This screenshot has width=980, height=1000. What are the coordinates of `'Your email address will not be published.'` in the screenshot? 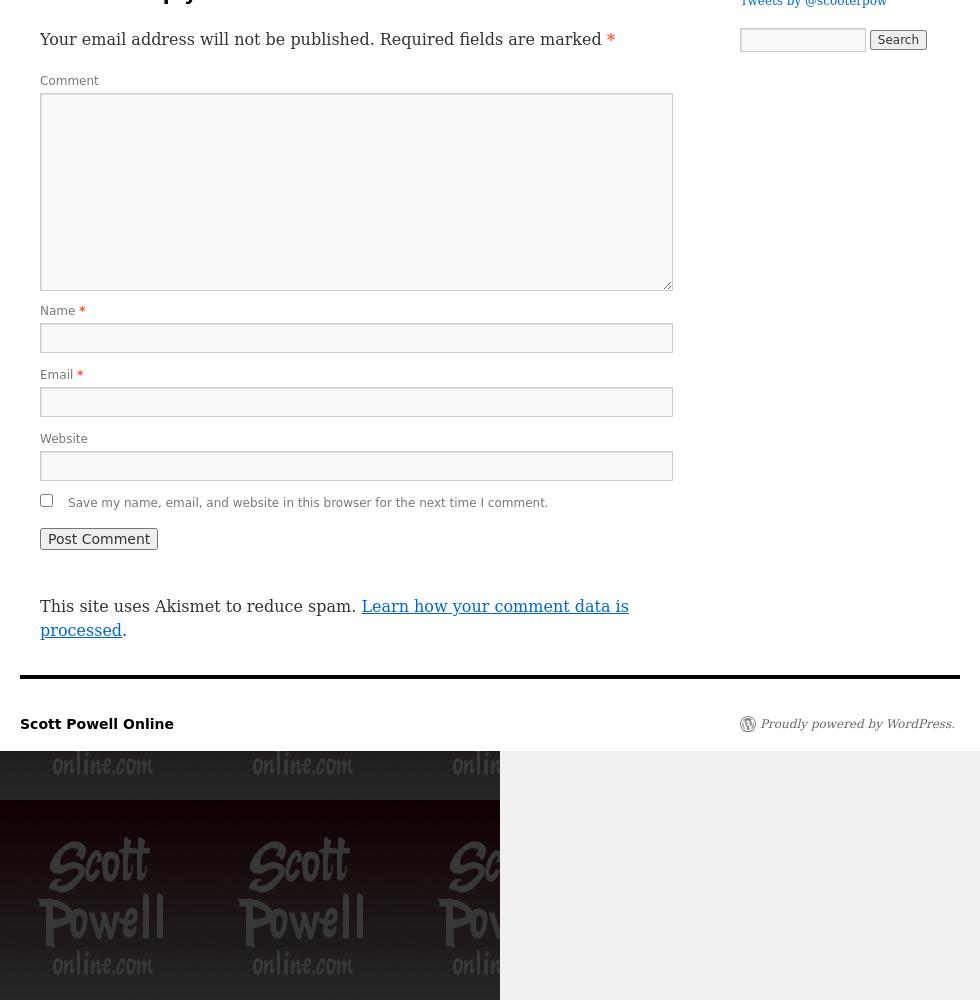 It's located at (206, 39).